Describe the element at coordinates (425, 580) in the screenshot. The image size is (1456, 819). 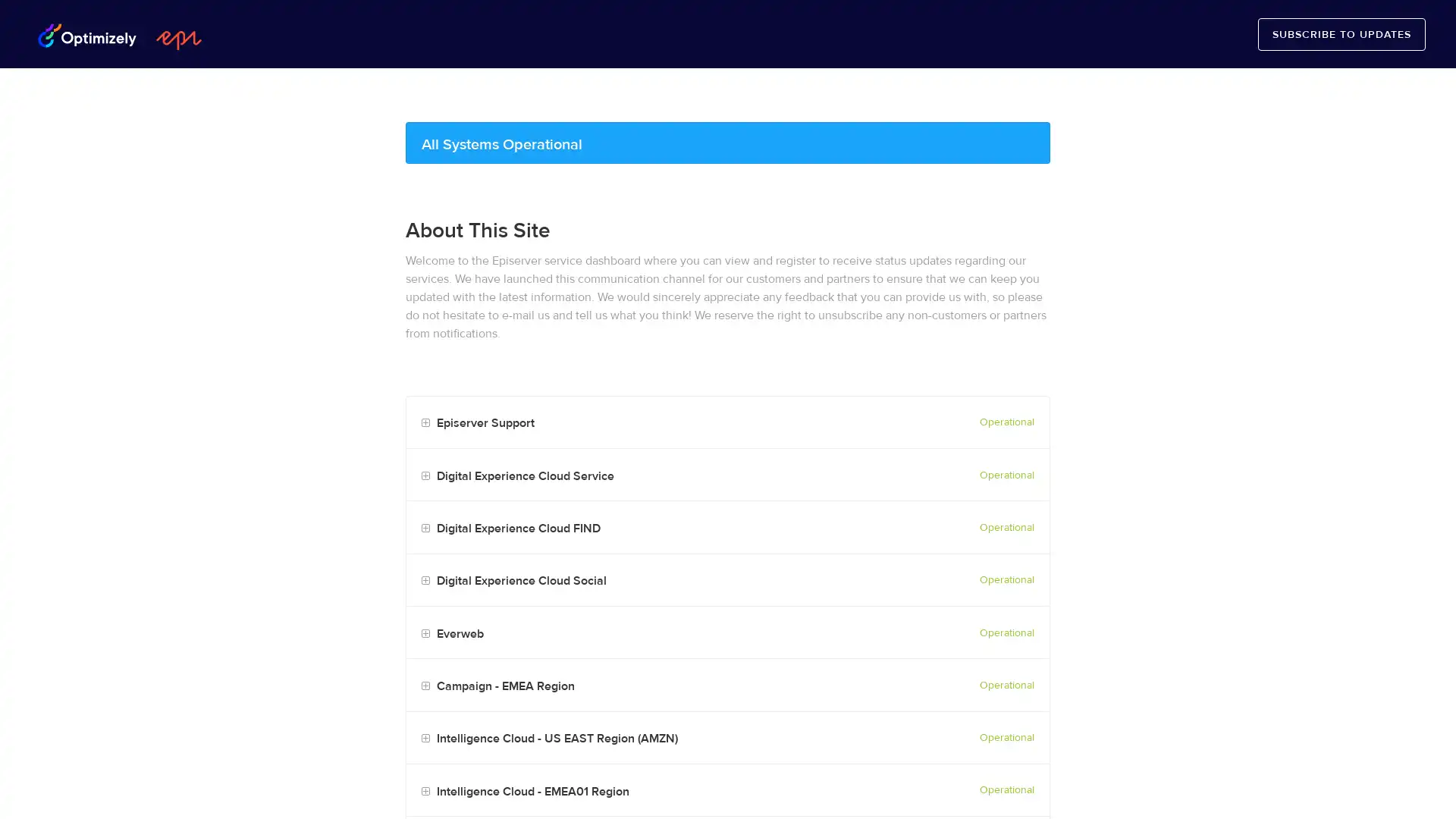
I see `Toggle Digital Experience Cloud Social` at that location.